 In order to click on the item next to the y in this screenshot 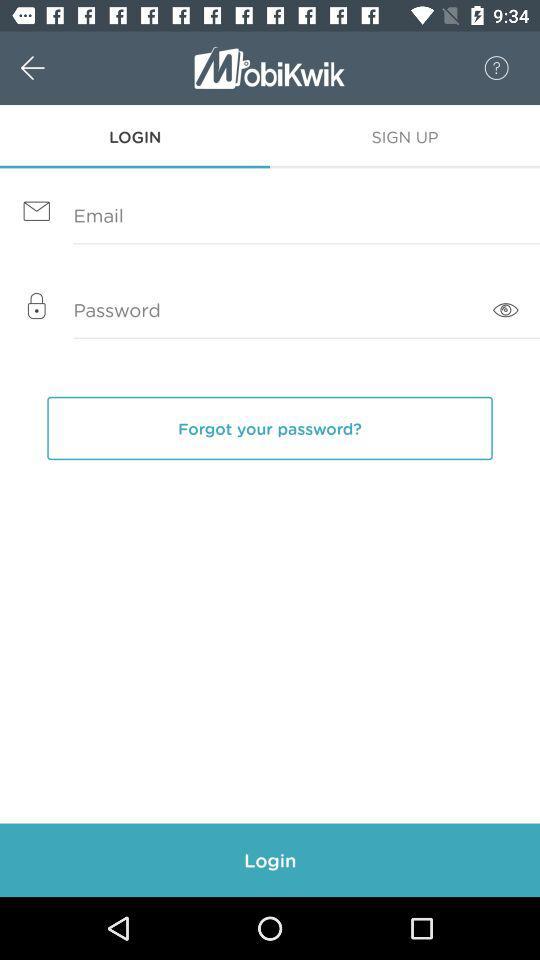, I will do `click(504, 310)`.